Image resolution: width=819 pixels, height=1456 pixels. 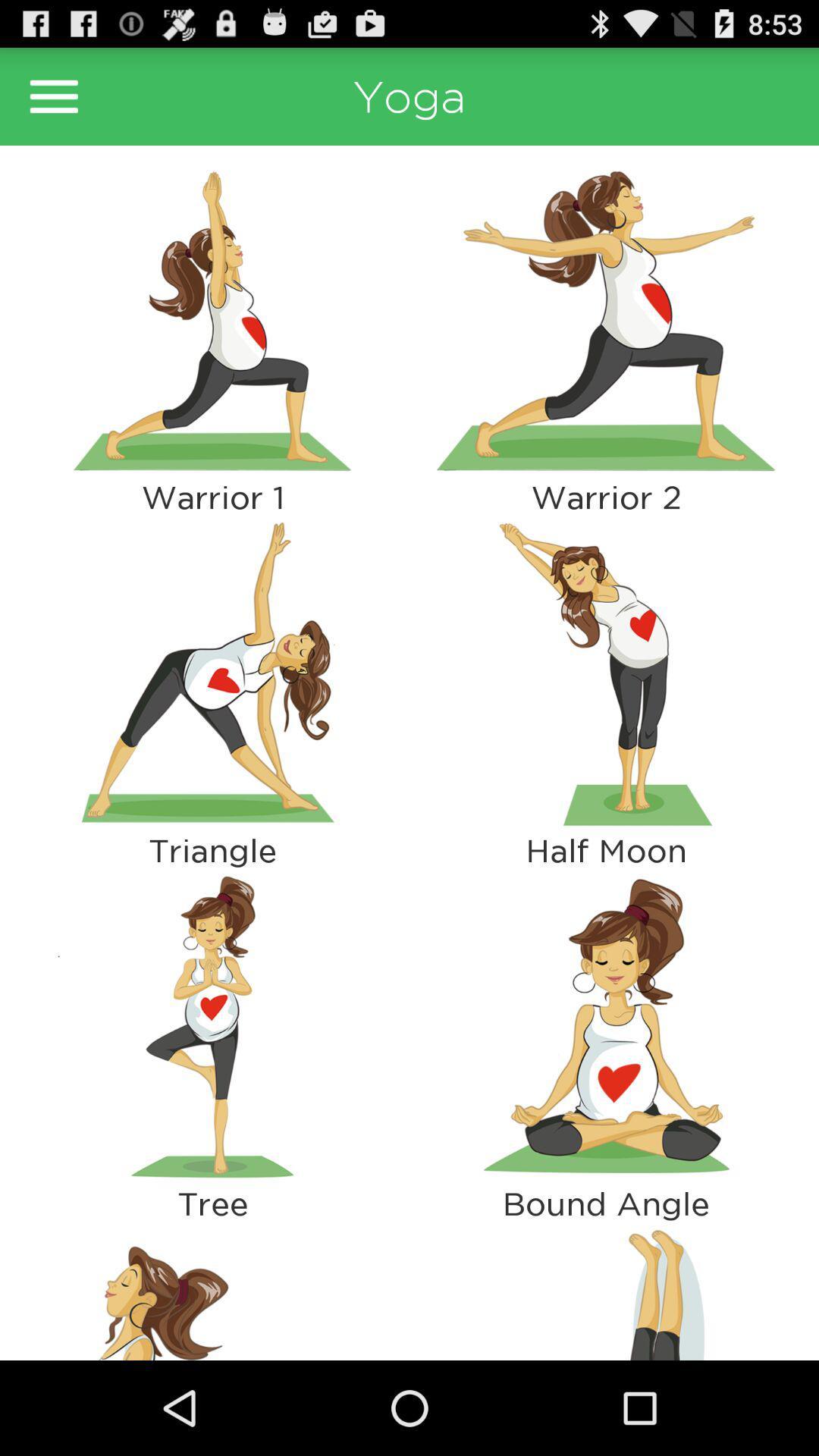 I want to click on app below triangle app, so click(x=212, y=1027).